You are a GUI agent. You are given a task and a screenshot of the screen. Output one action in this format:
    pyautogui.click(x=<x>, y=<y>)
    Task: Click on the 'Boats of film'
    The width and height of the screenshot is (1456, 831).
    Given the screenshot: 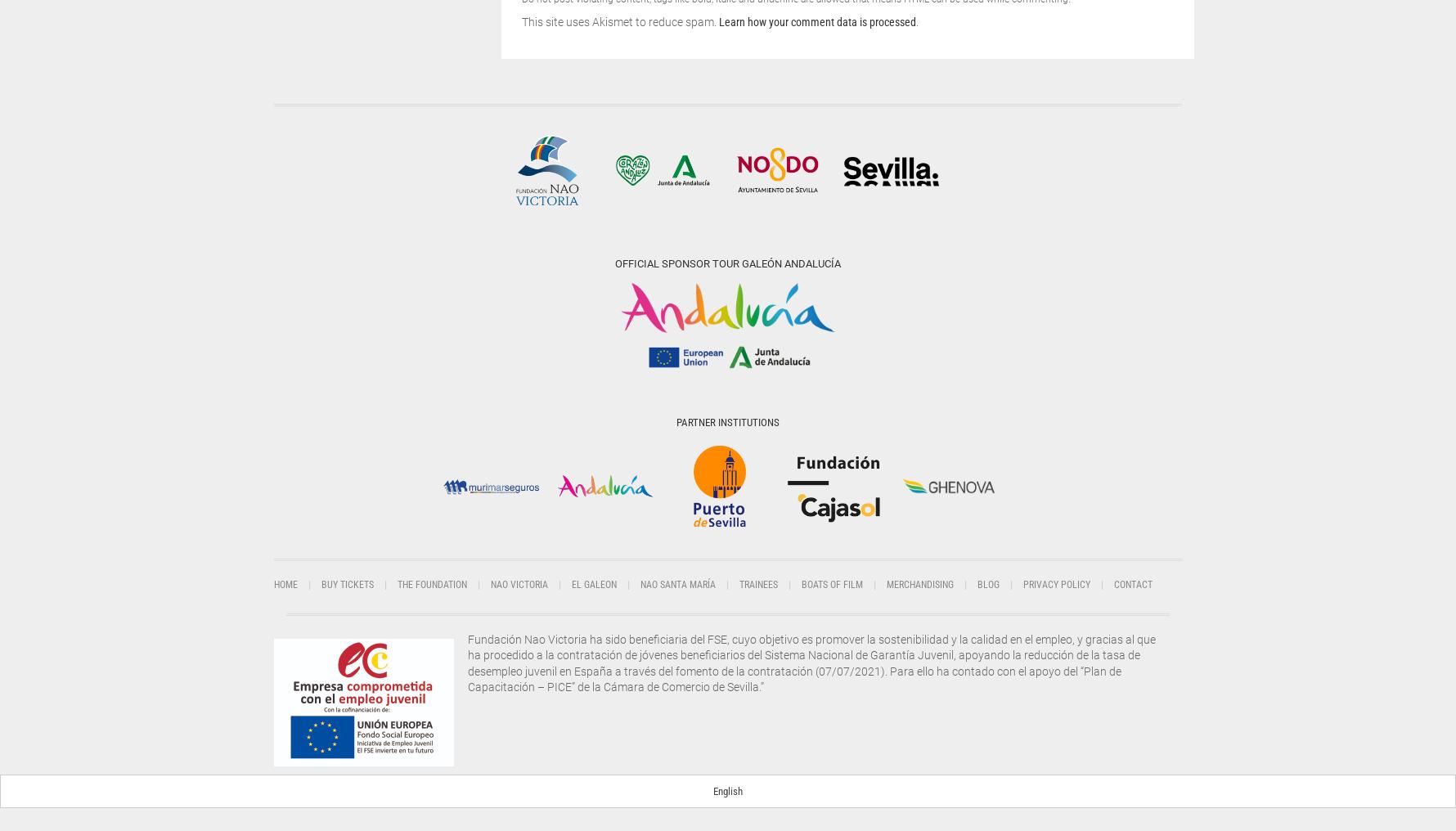 What is the action you would take?
    pyautogui.click(x=831, y=584)
    